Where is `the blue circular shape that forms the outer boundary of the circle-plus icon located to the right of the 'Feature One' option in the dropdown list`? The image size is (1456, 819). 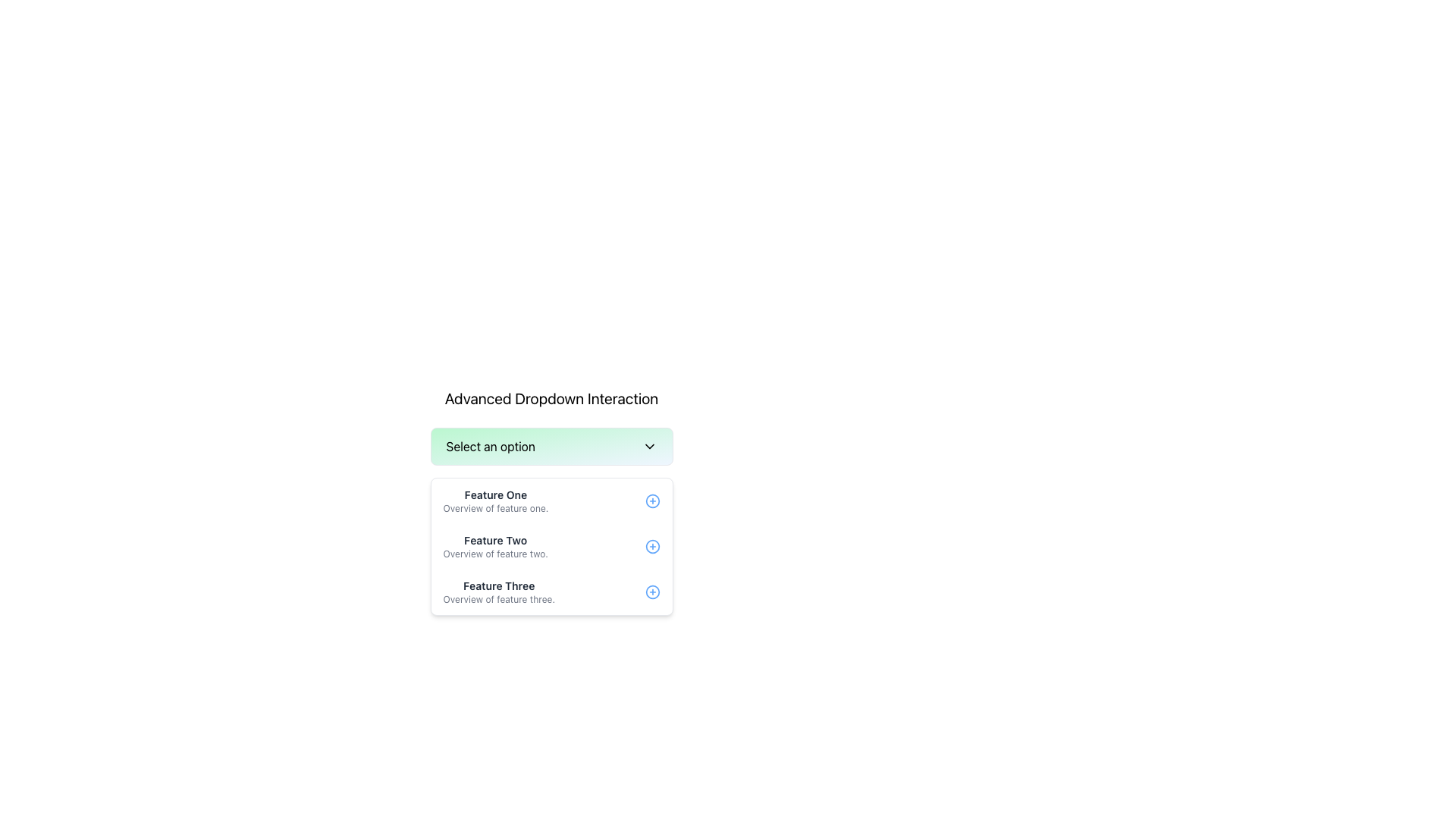 the blue circular shape that forms the outer boundary of the circle-plus icon located to the right of the 'Feature One' option in the dropdown list is located at coordinates (652, 500).